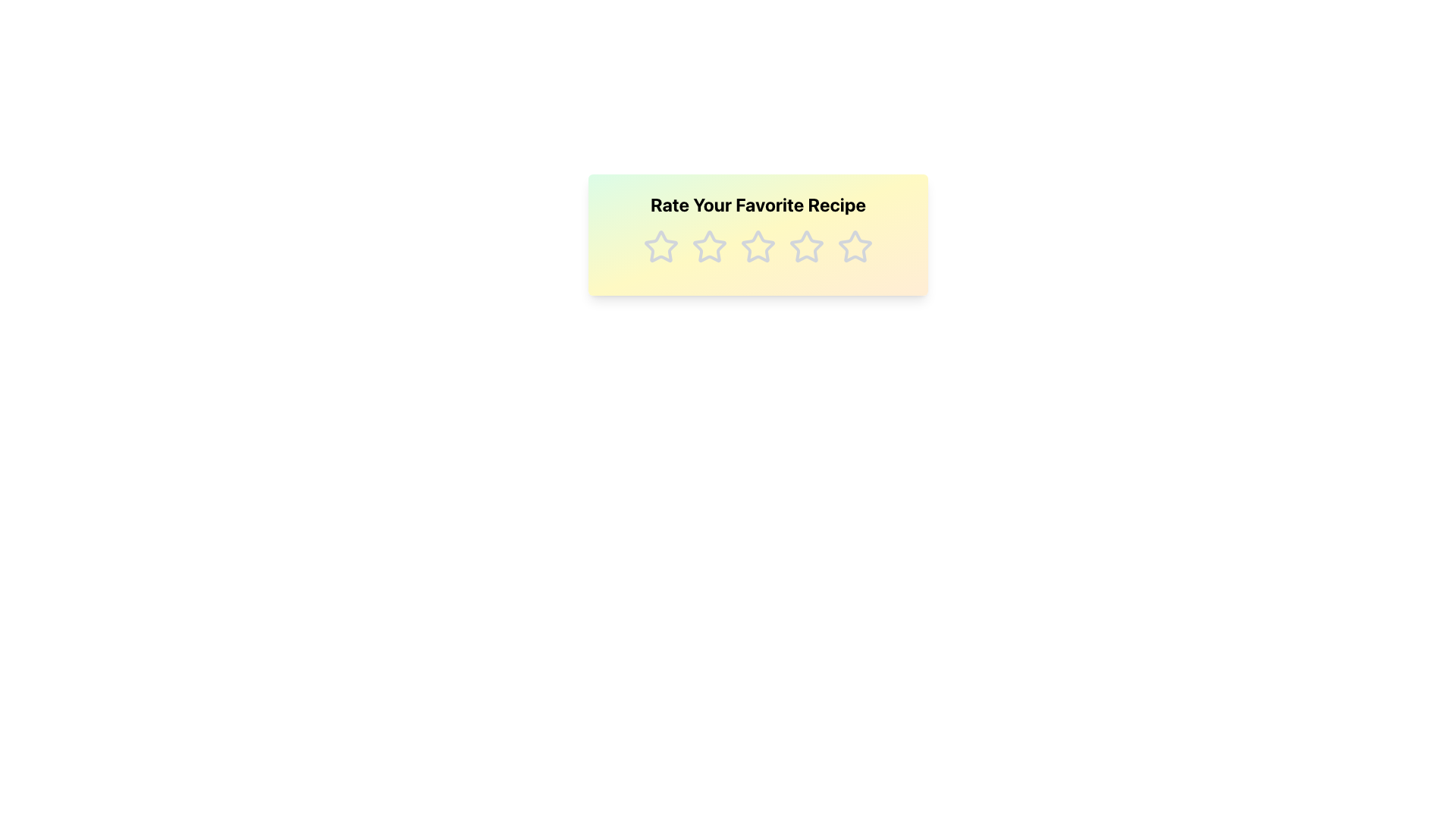 The width and height of the screenshot is (1456, 819). What do you see at coordinates (757, 245) in the screenshot?
I see `on the third star icon in the rating component below the title 'Rate Your Favorite Recipe'` at bounding box center [757, 245].